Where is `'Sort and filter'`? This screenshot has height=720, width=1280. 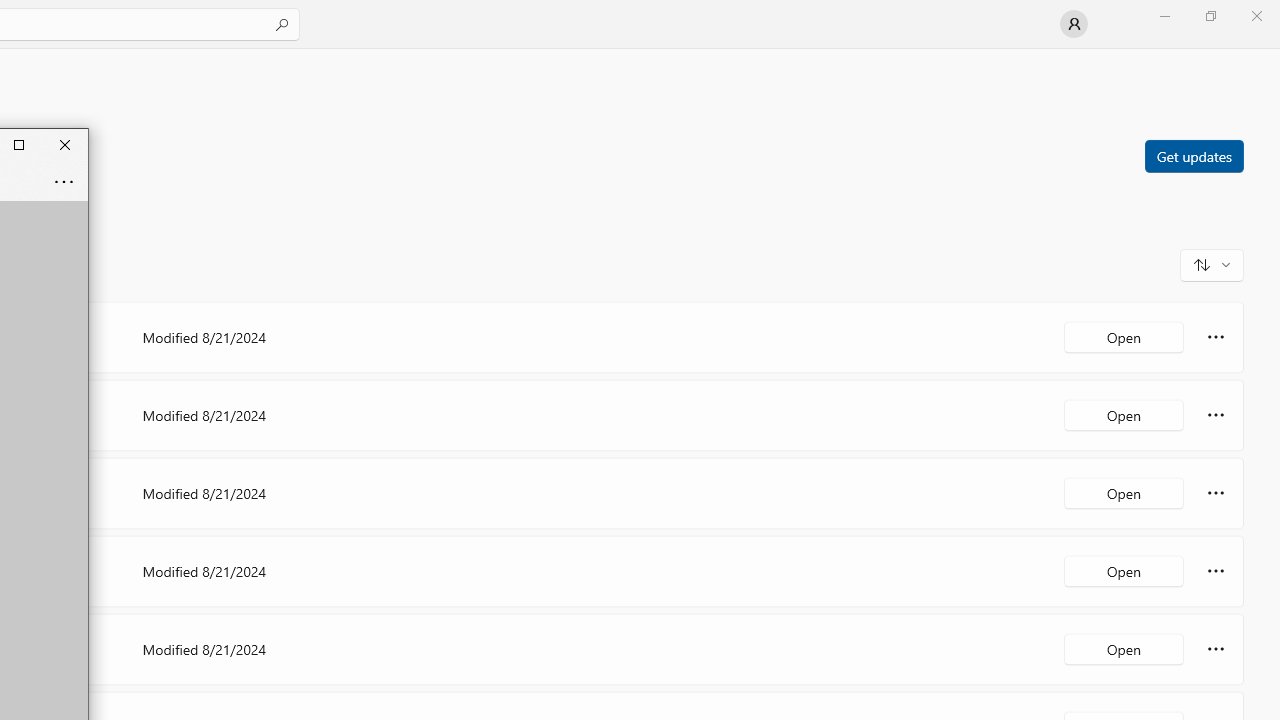 'Sort and filter' is located at coordinates (1211, 263).